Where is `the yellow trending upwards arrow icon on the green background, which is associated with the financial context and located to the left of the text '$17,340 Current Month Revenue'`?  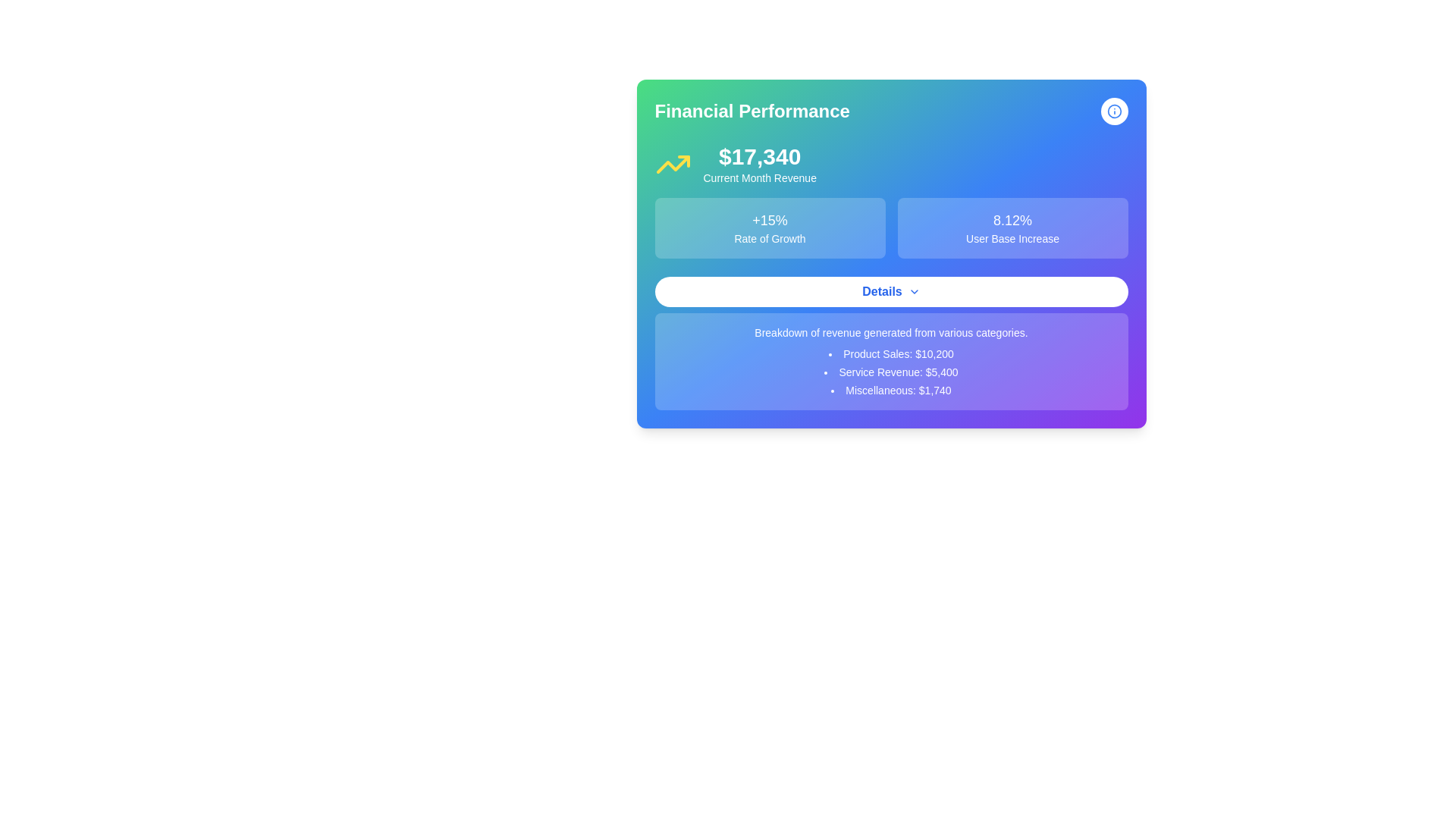 the yellow trending upwards arrow icon on the green background, which is associated with the financial context and located to the left of the text '$17,340 Current Month Revenue' is located at coordinates (672, 164).